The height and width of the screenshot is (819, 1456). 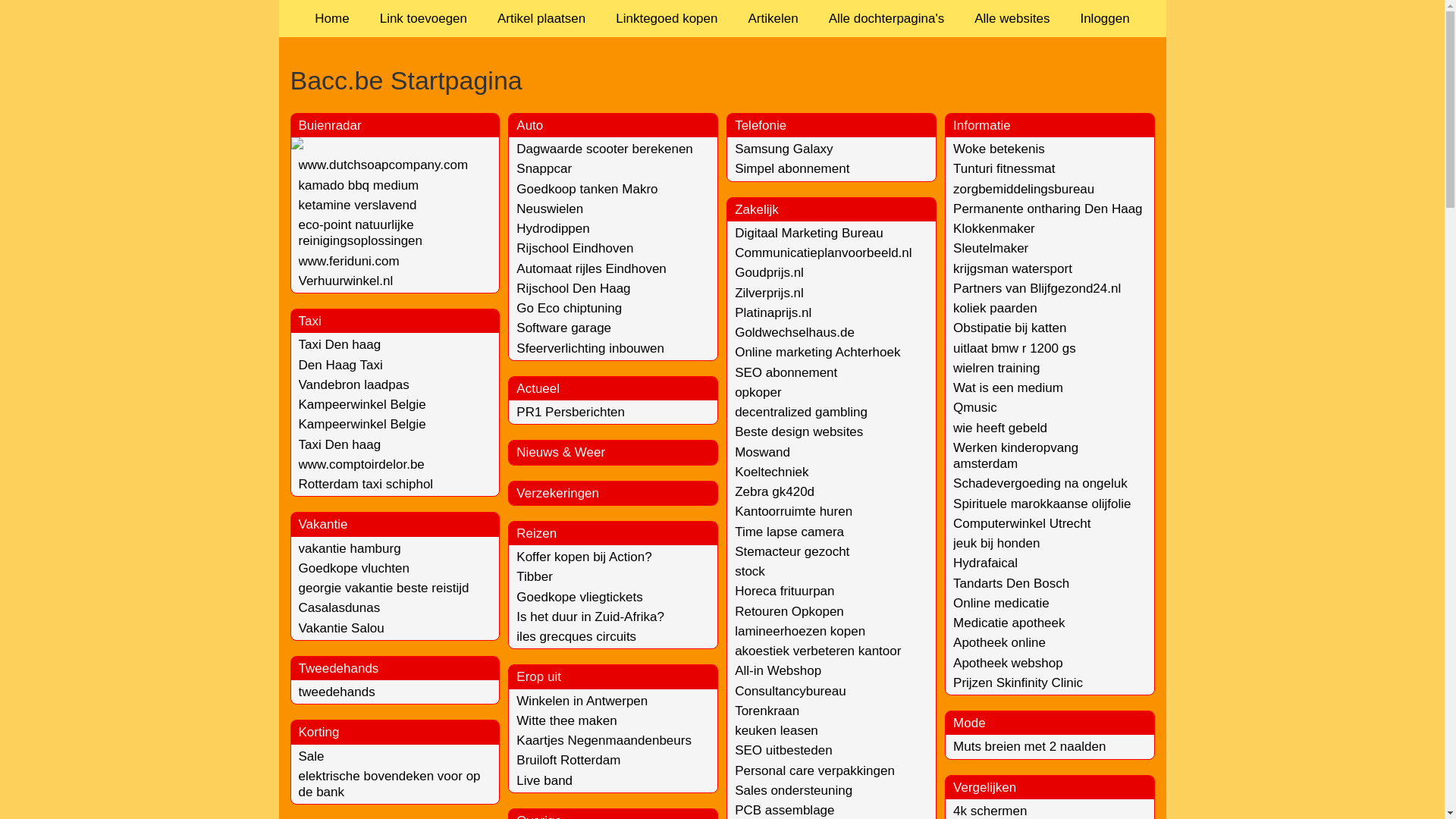 What do you see at coordinates (999, 149) in the screenshot?
I see `'Woke betekenis'` at bounding box center [999, 149].